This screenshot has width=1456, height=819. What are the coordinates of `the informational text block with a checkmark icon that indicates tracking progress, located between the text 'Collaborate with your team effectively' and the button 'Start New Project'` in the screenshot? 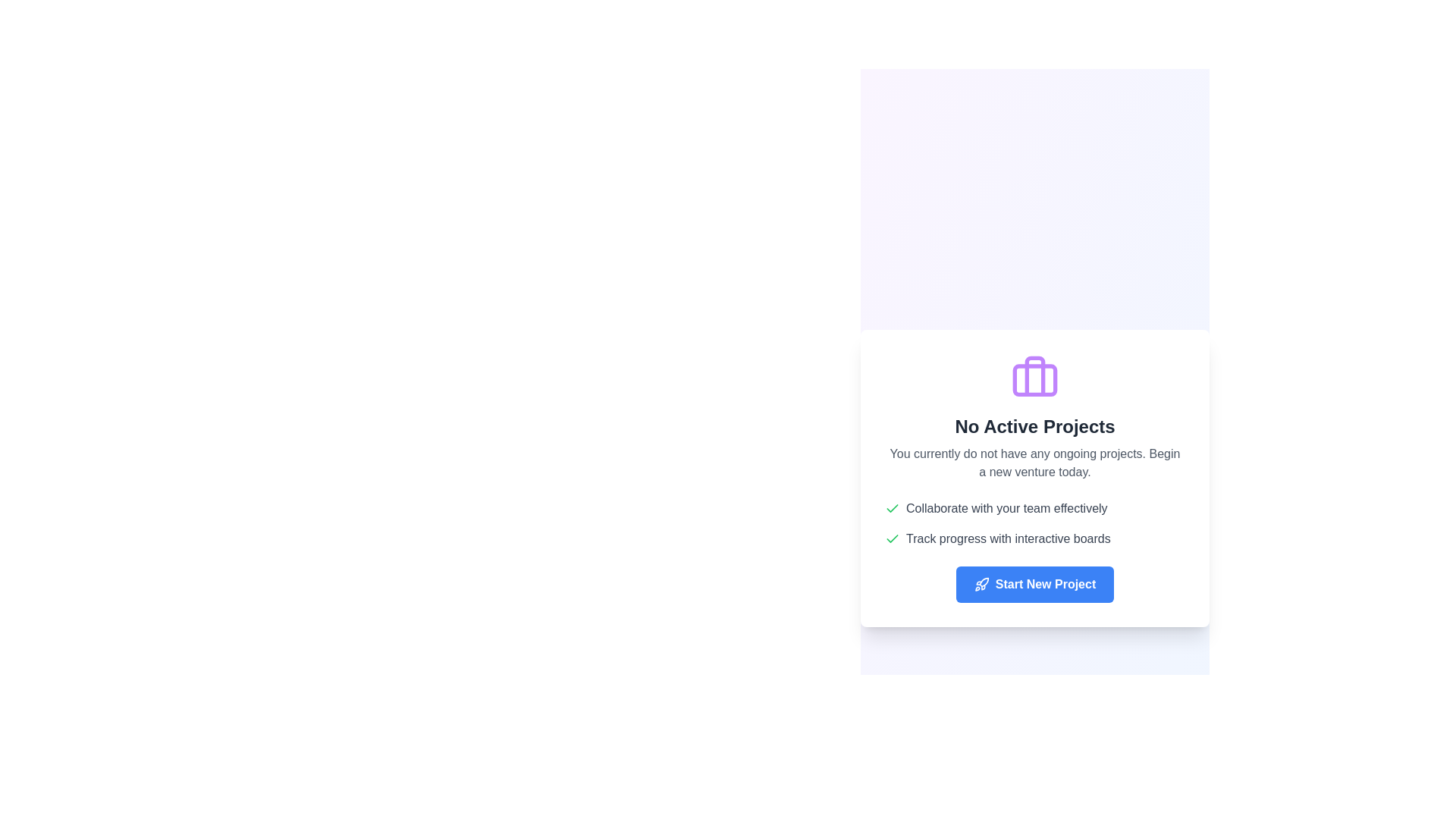 It's located at (1034, 538).